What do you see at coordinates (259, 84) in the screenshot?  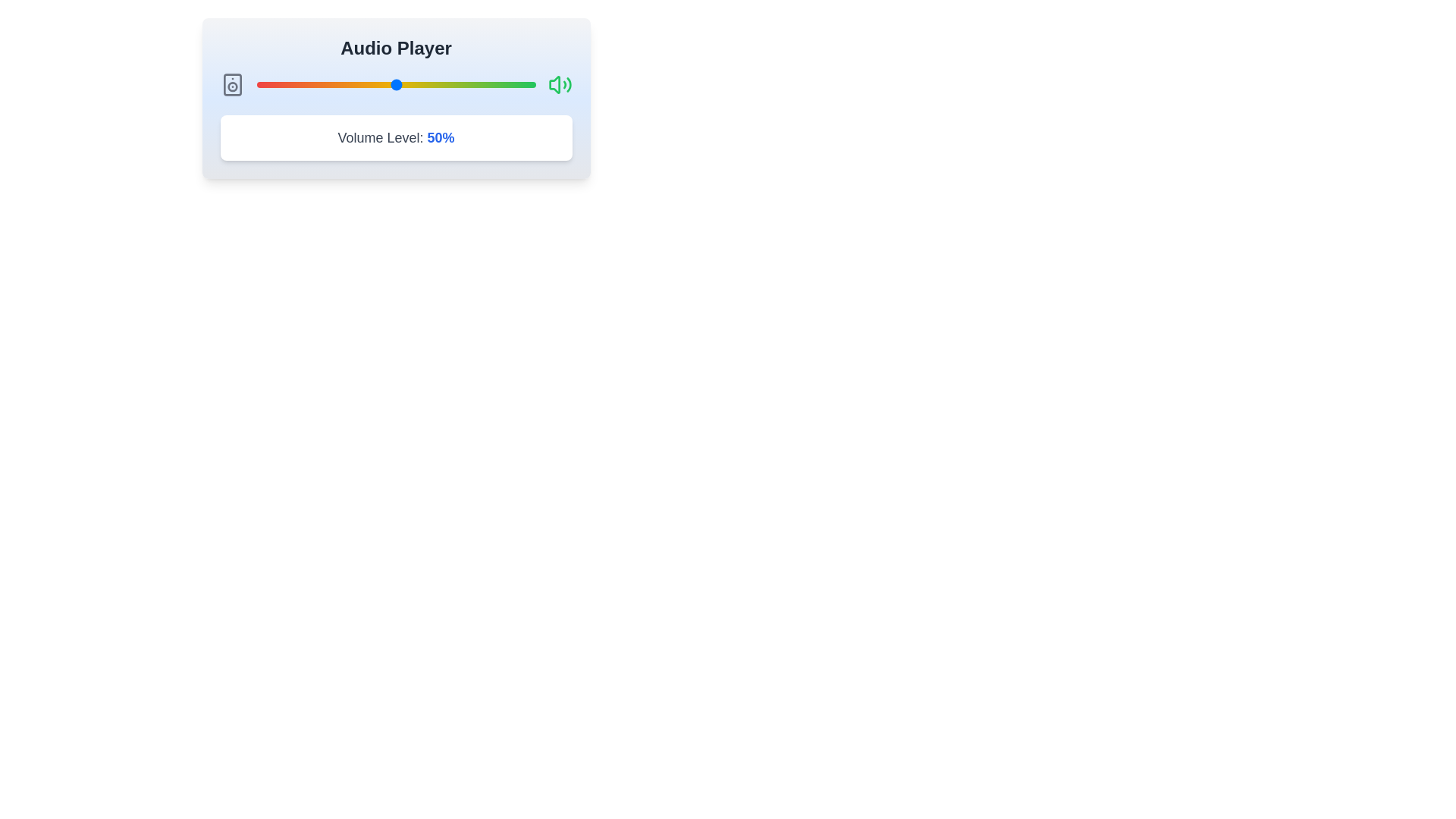 I see `the volume slider to 1% by dragging the slider` at bounding box center [259, 84].